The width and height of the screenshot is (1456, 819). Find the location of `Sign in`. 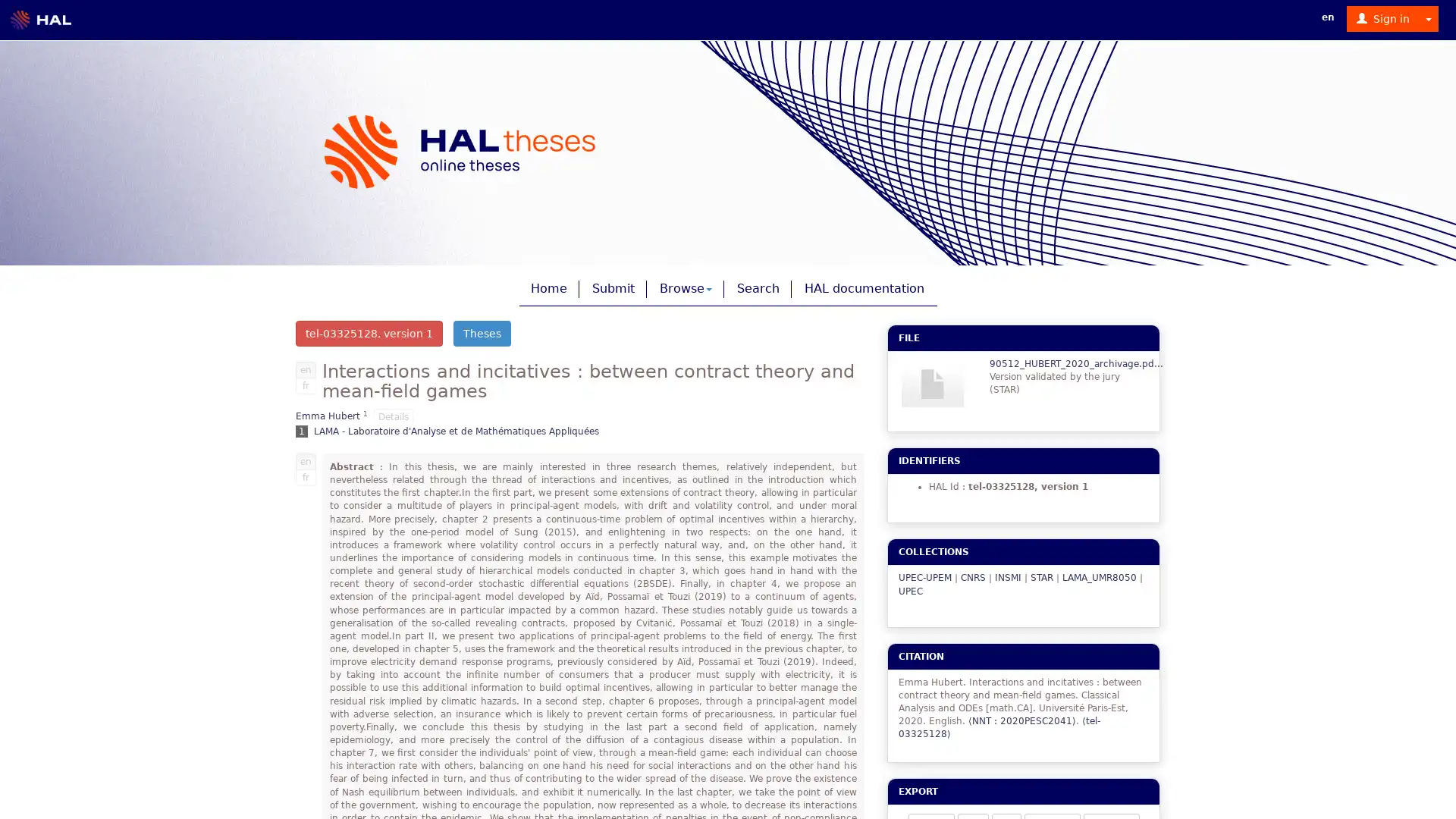

Sign in is located at coordinates (1383, 18).